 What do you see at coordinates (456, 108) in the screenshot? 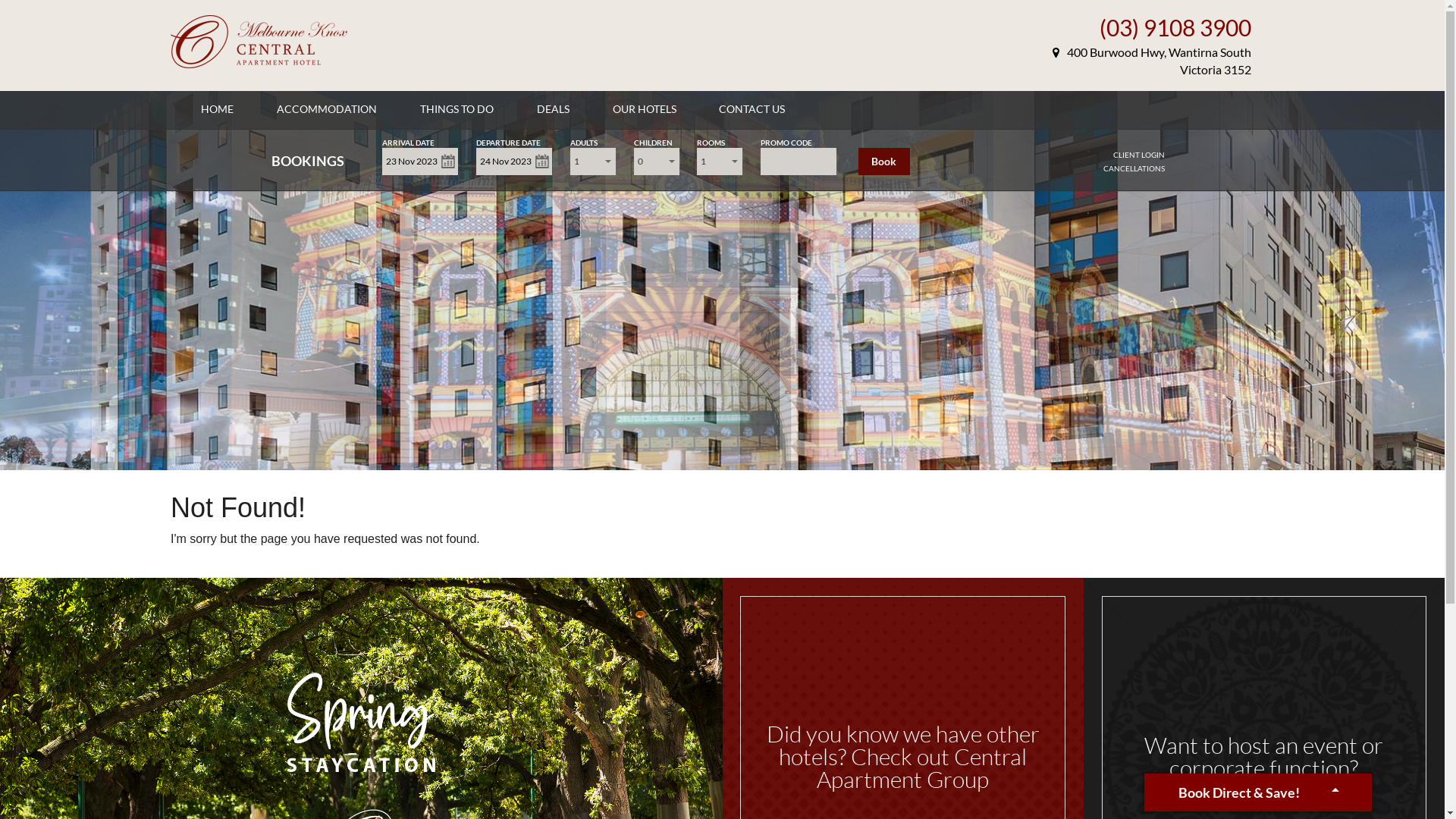
I see `'THINGS TO DO'` at bounding box center [456, 108].